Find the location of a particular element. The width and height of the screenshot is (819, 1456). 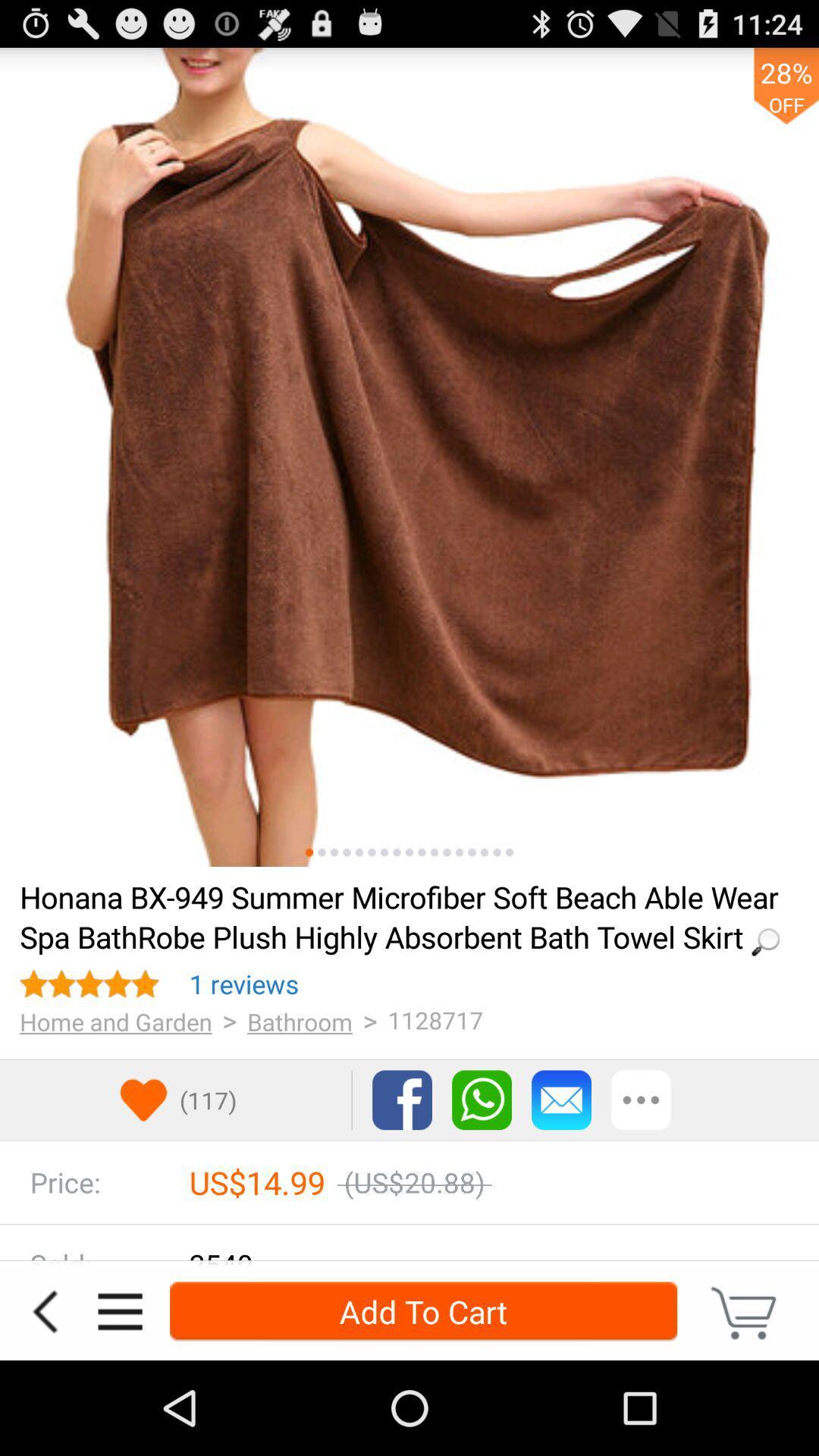

1 reviews icon is located at coordinates (243, 984).